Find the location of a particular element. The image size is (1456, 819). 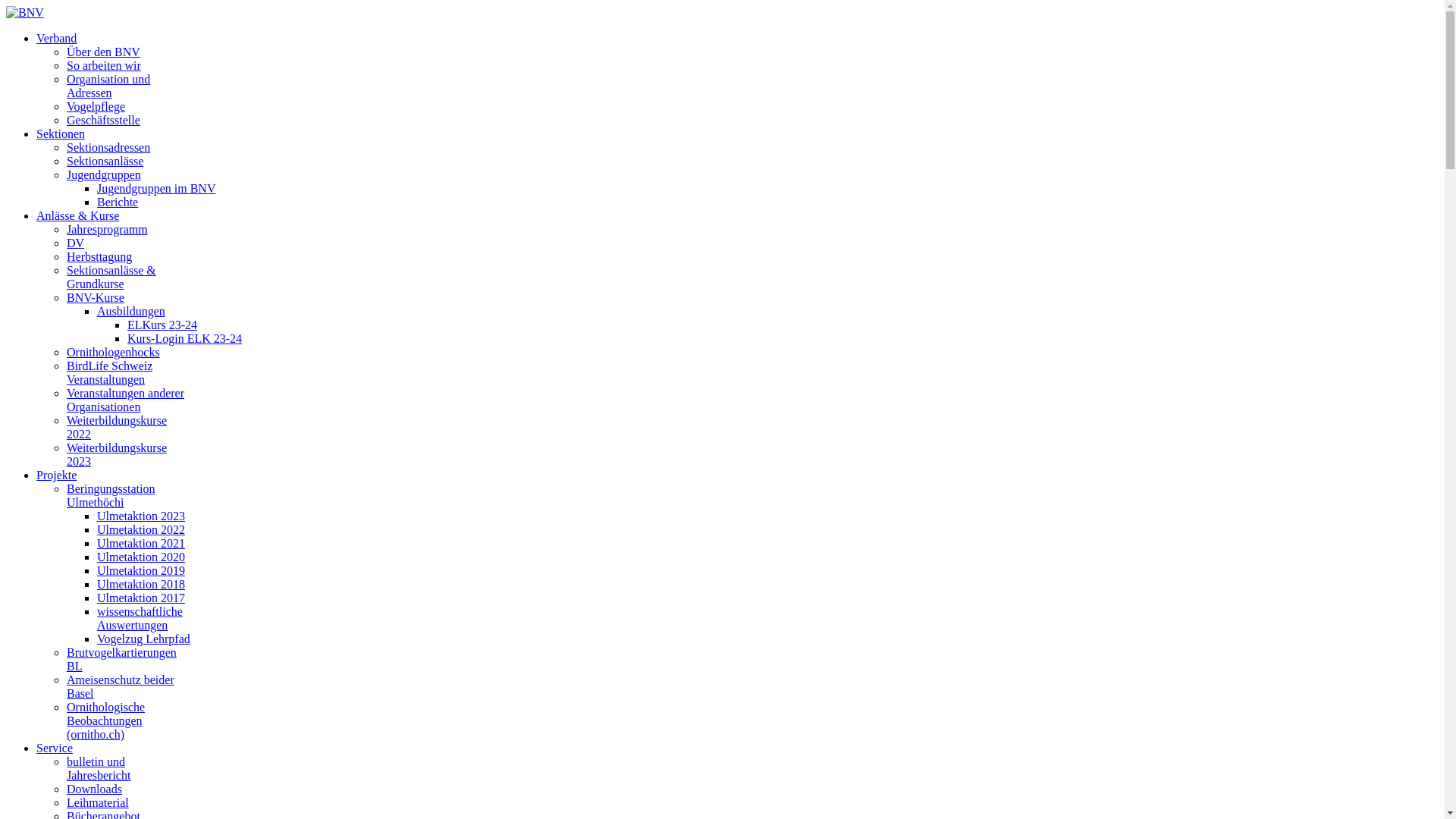

'Brutvogelkartierungen BL' is located at coordinates (65, 658).